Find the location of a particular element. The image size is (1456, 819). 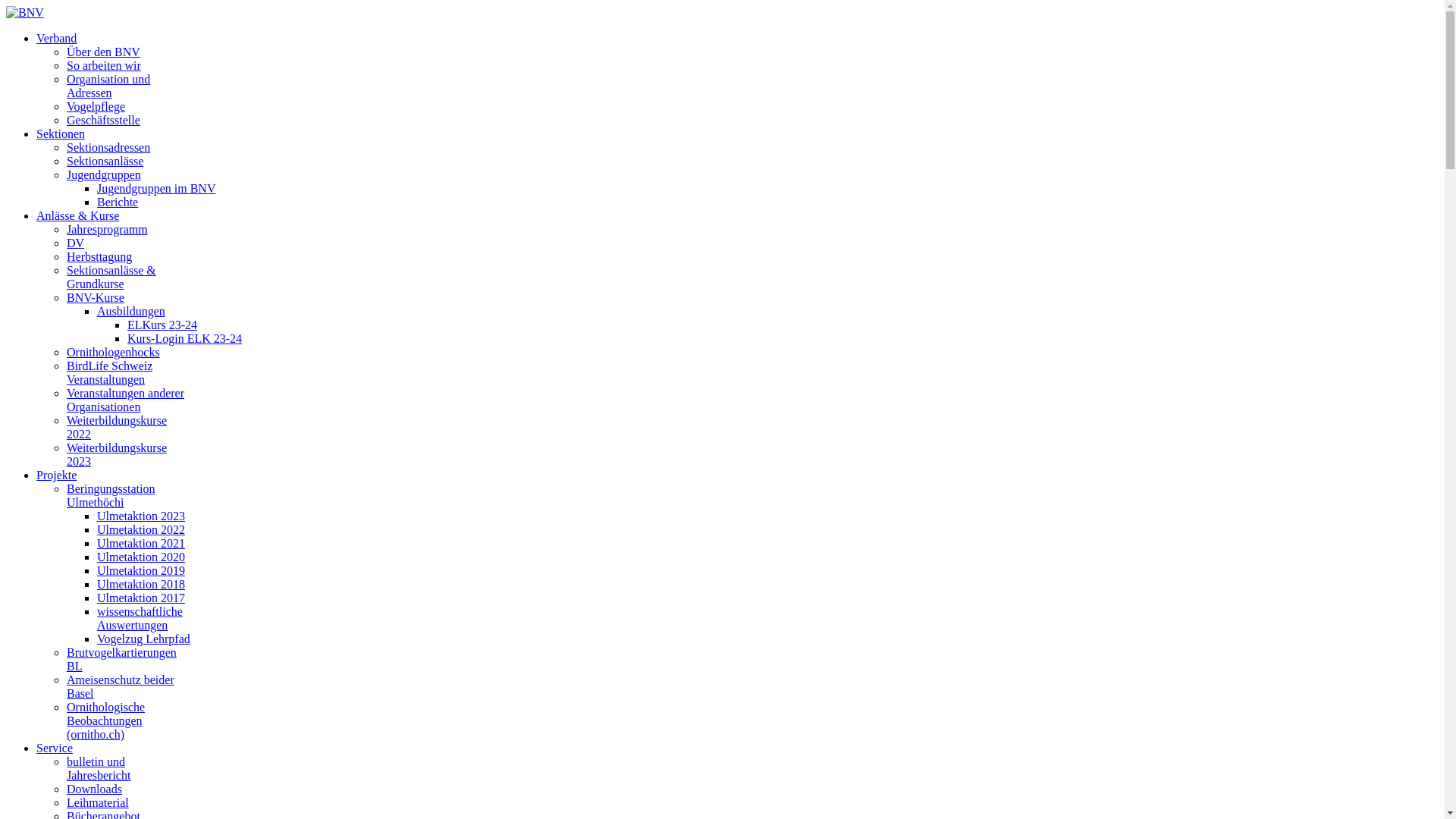

'Brutvogelkartierungen BL' is located at coordinates (65, 658).